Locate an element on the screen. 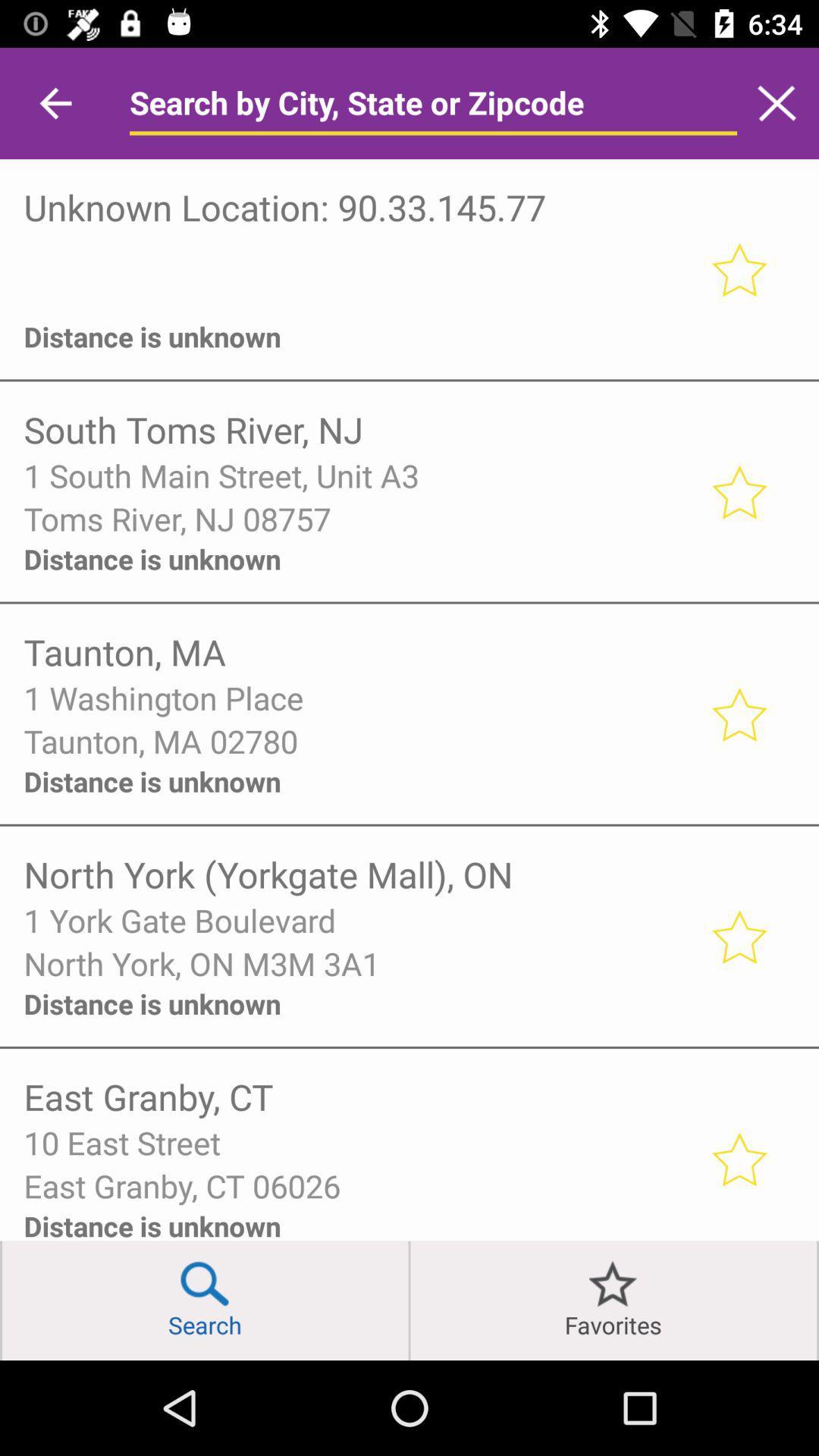 Image resolution: width=819 pixels, height=1456 pixels. 1 south main item is located at coordinates (356, 475).